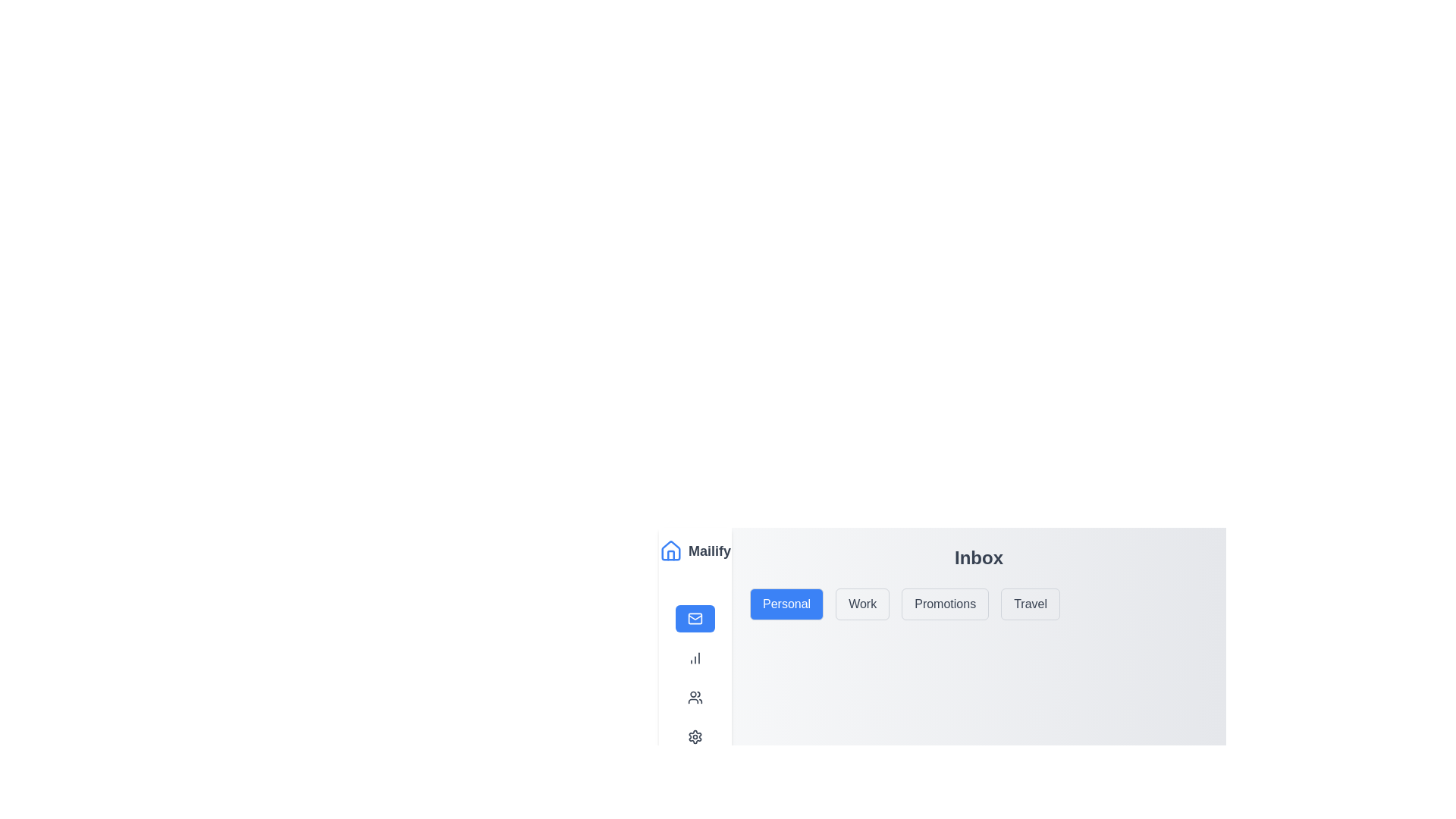 The width and height of the screenshot is (1456, 819). I want to click on the navigation menu in the left sidebar, so click(694, 677).